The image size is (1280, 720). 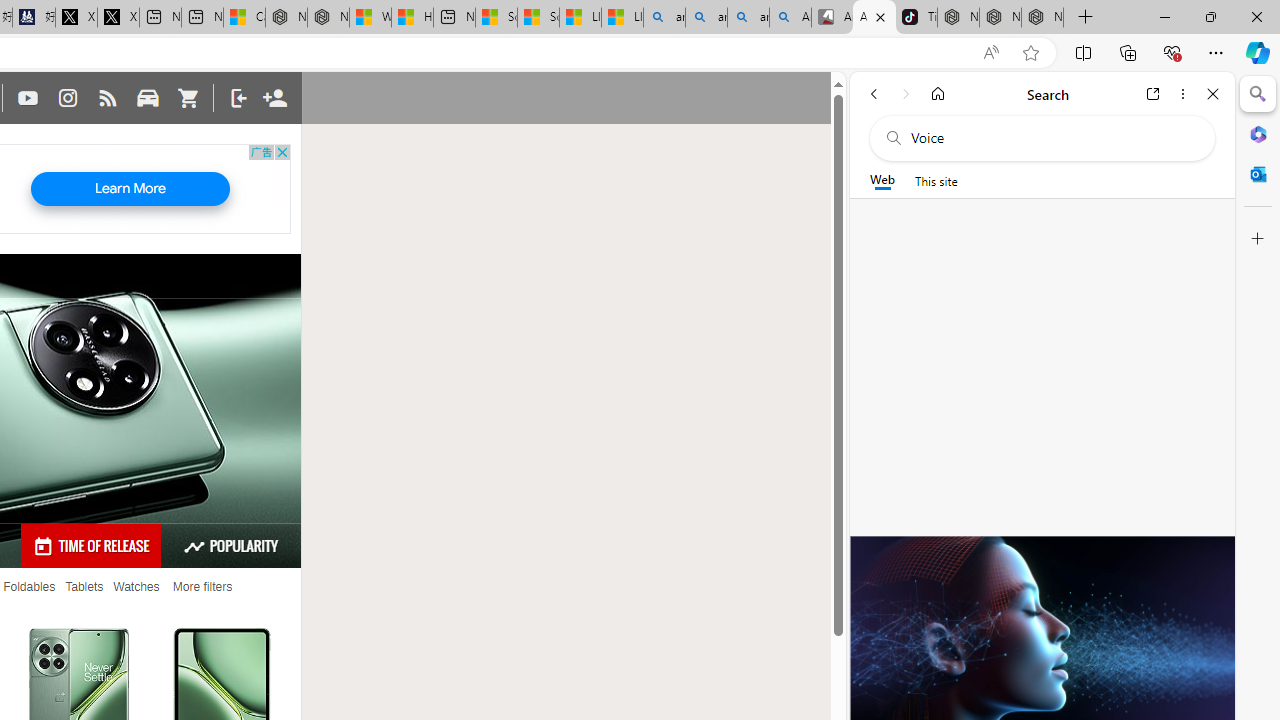 I want to click on 'Open link in new tab', so click(x=1153, y=93).